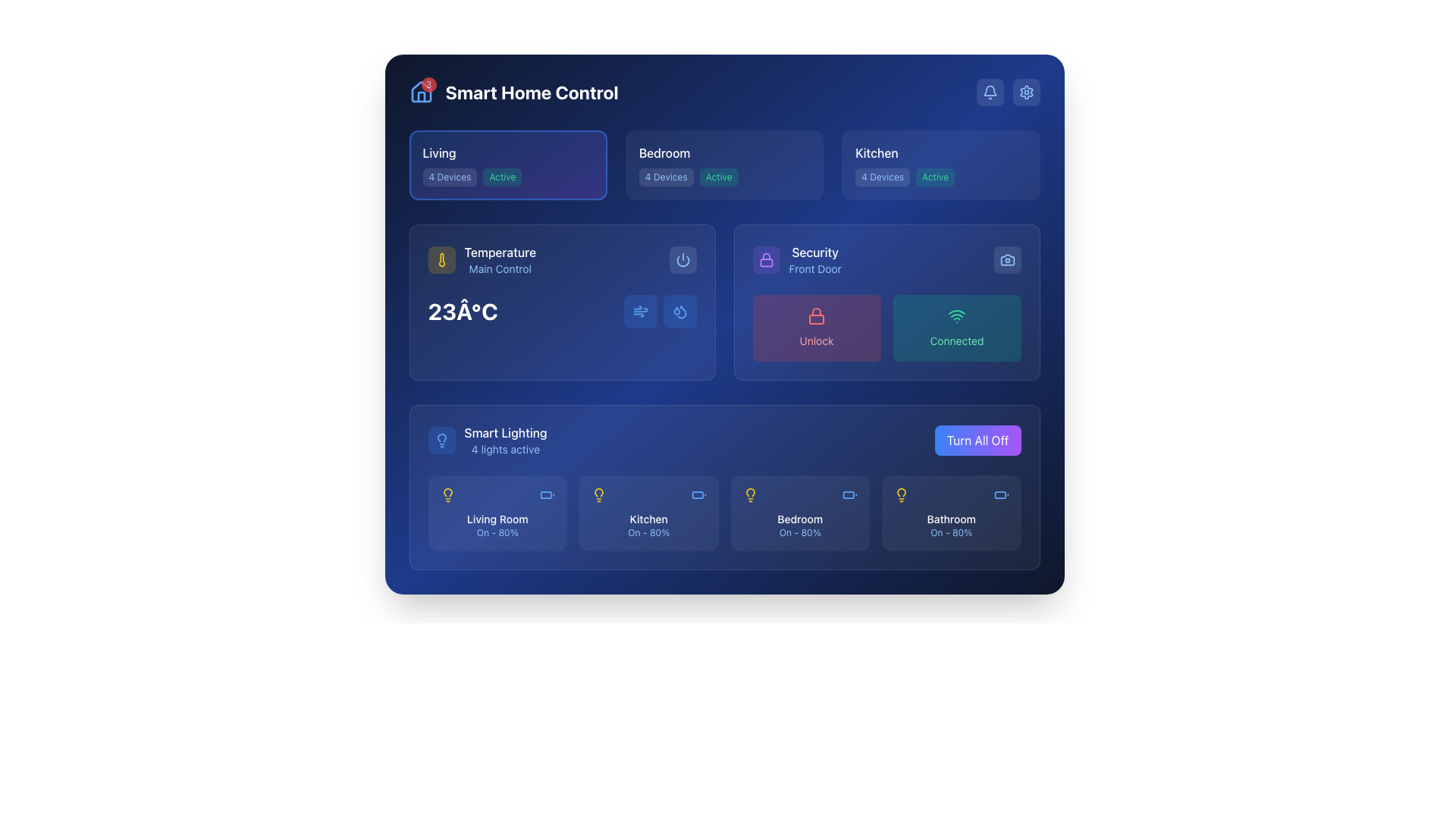 This screenshot has height=819, width=1456. What do you see at coordinates (766, 262) in the screenshot?
I see `the decorative shape inside the padlock icon located in the 'Security' section of the UI, which visually represents the body of the padlock` at bounding box center [766, 262].